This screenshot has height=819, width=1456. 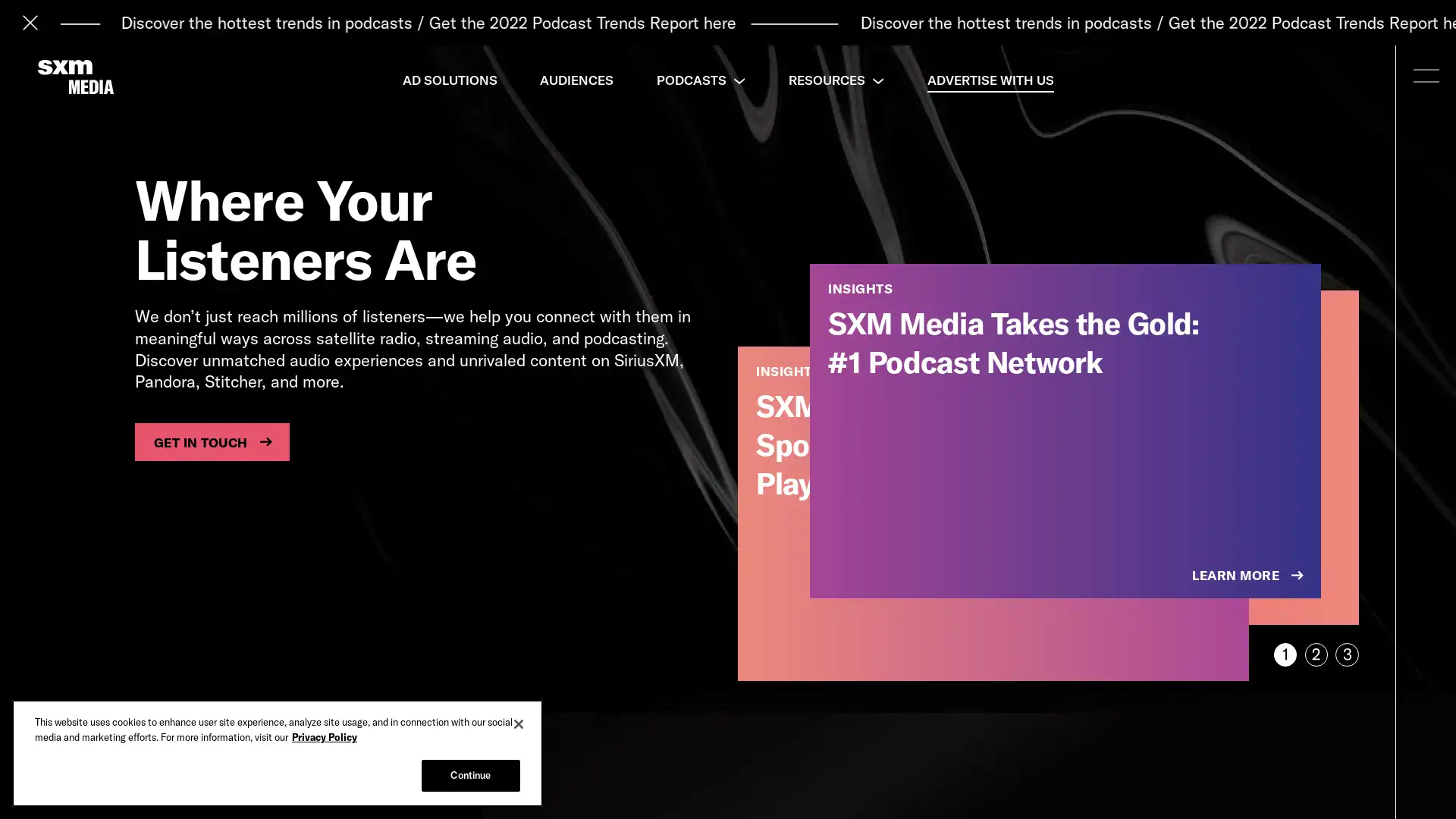 What do you see at coordinates (1284, 654) in the screenshot?
I see `1` at bounding box center [1284, 654].